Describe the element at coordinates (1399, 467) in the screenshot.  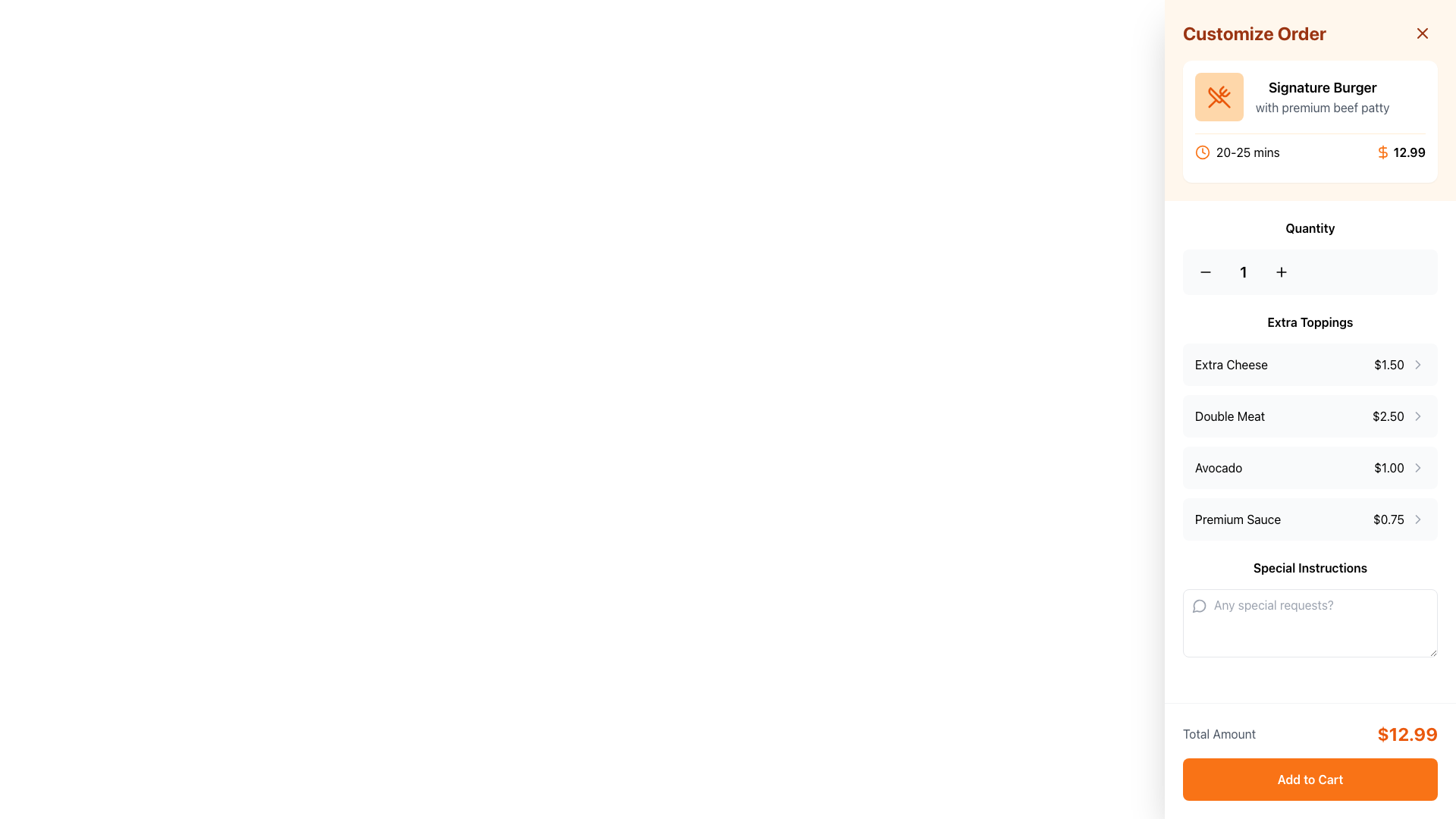
I see `the Price indicator displaying '$1.00' with a right-pointing arrow icon located in the 'Avocado' topping item row under 'Extra Toppings'` at that location.